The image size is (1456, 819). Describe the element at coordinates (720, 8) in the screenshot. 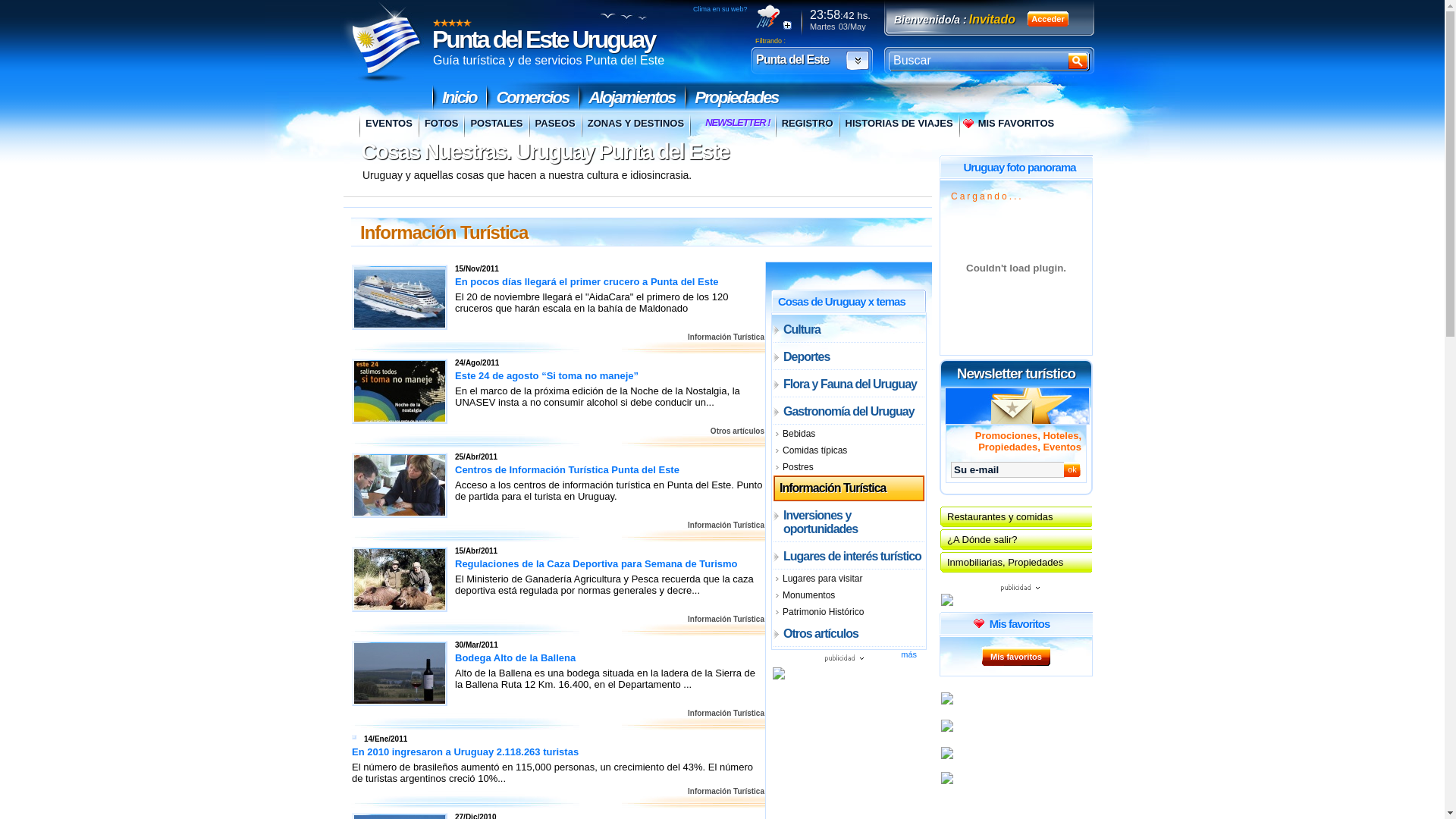

I see `'Clima en su web?'` at that location.